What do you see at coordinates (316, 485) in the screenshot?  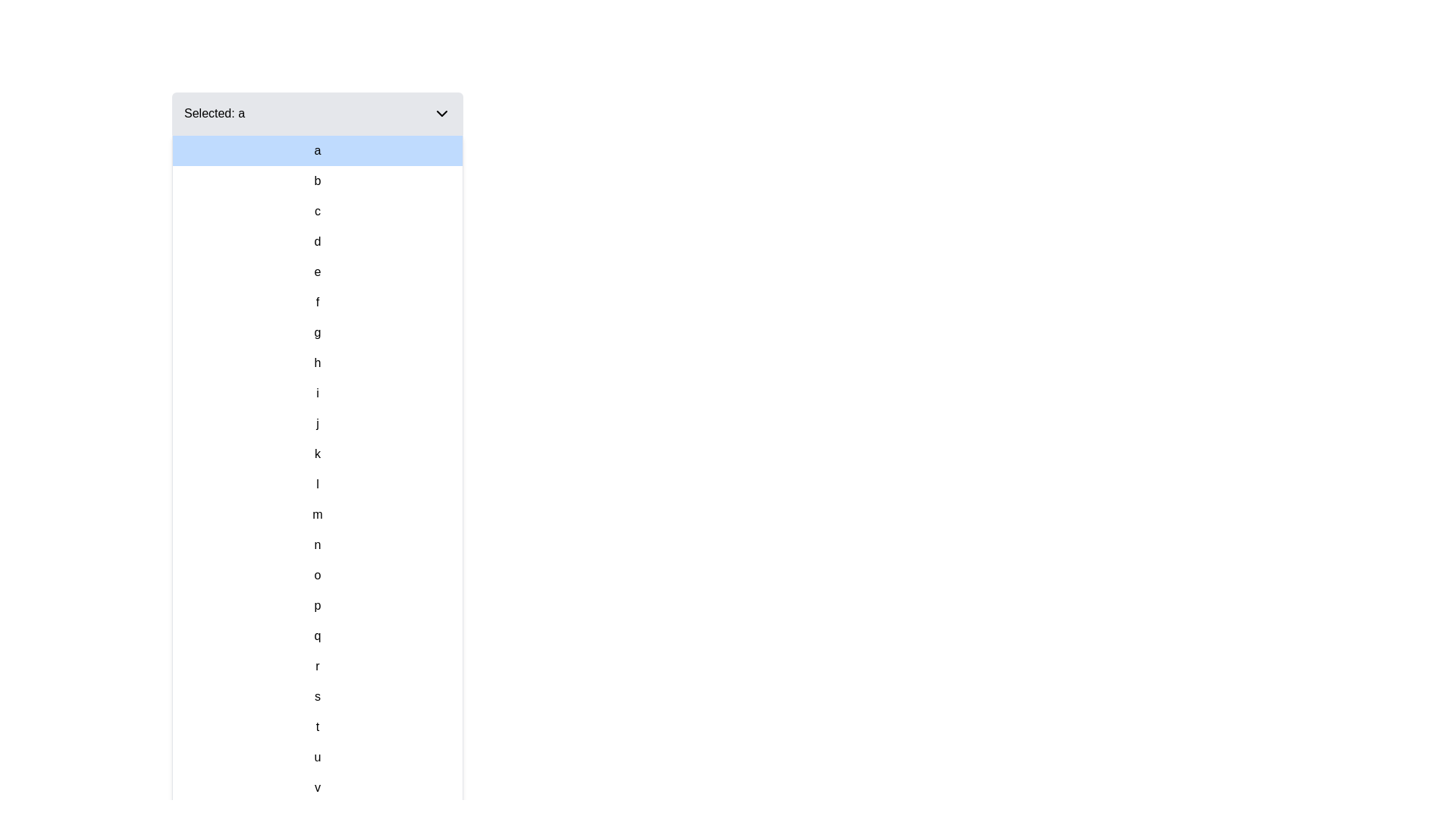 I see `the 12th item in the vertically oriented list that serves as a selectable option for navigation or selection purposes` at bounding box center [316, 485].